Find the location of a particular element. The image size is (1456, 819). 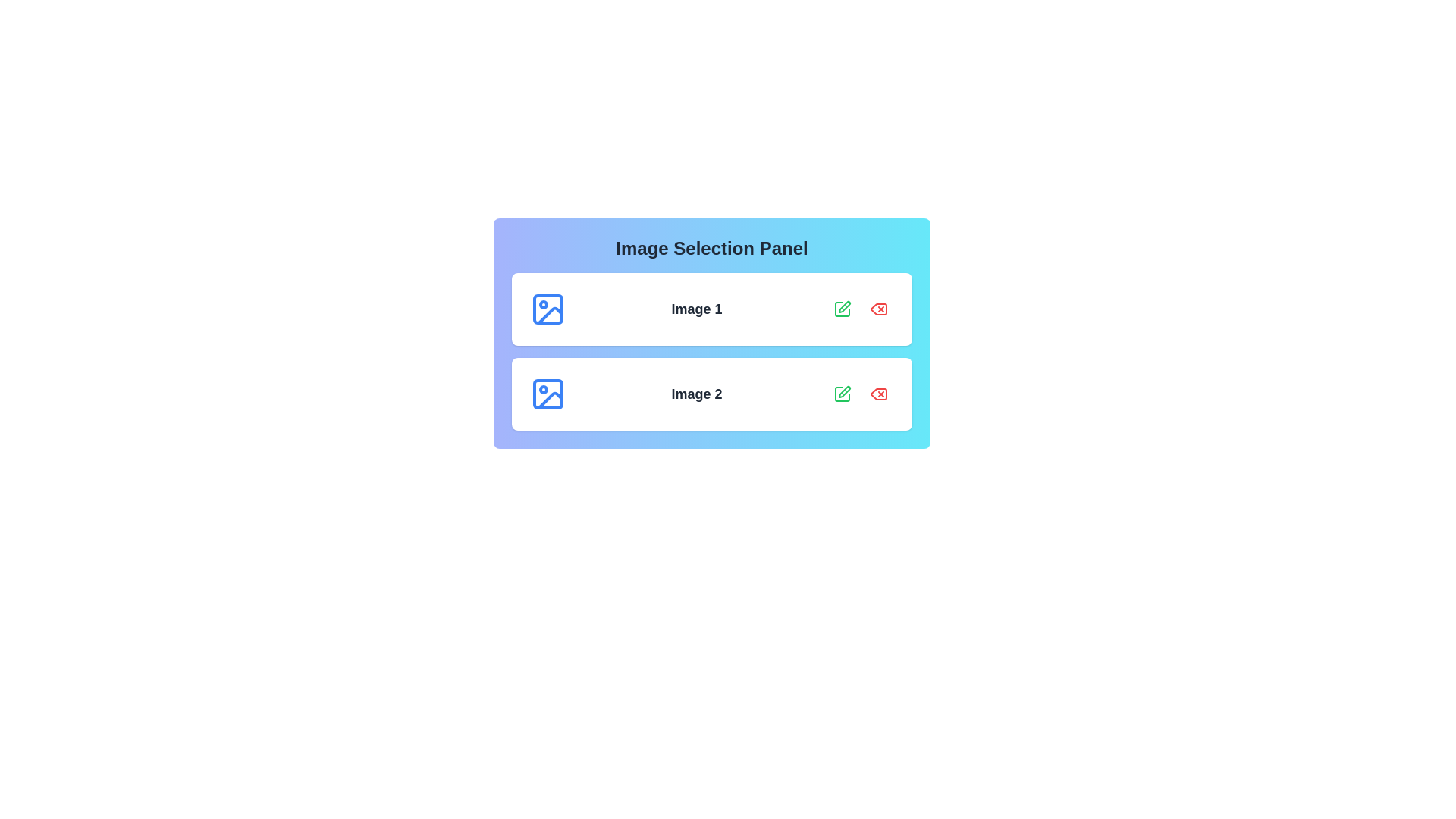

the delete button located in the upper section of the panel, to the far right of the controls for 'Image 1', adjacent to the green-edit button is located at coordinates (878, 309).